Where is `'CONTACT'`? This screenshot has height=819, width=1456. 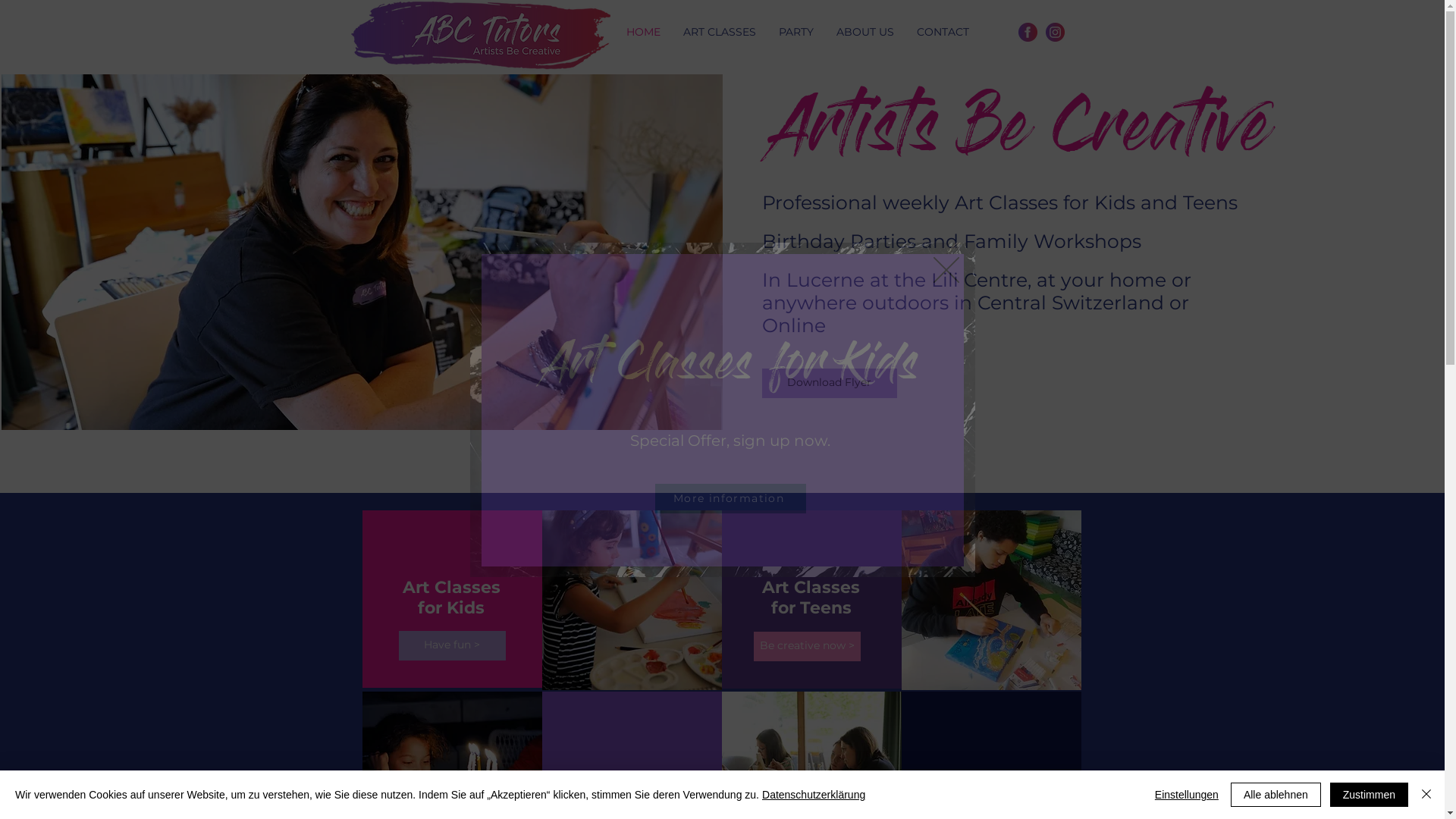 'CONTACT' is located at coordinates (905, 32).